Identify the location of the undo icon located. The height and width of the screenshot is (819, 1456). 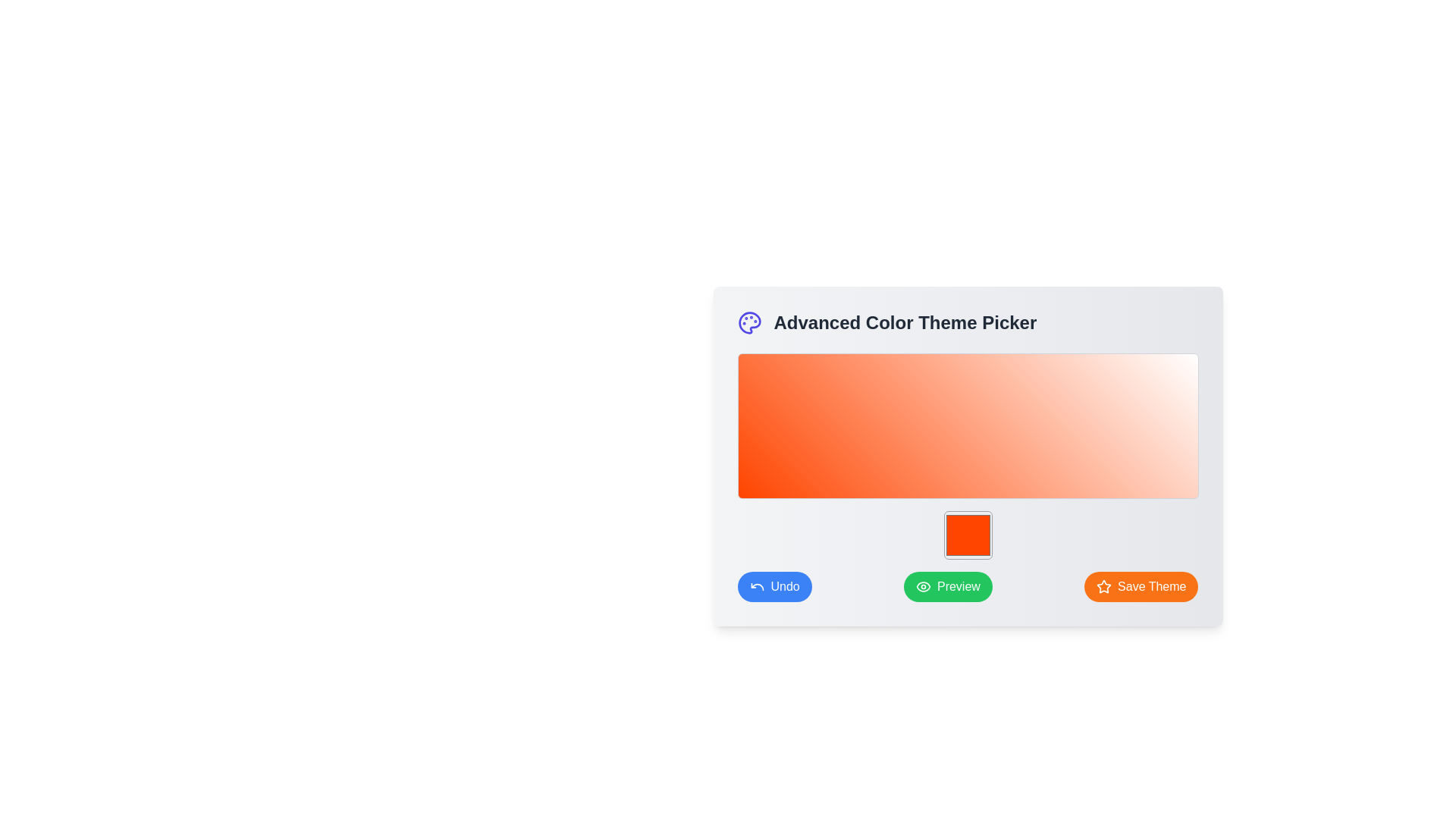
(757, 586).